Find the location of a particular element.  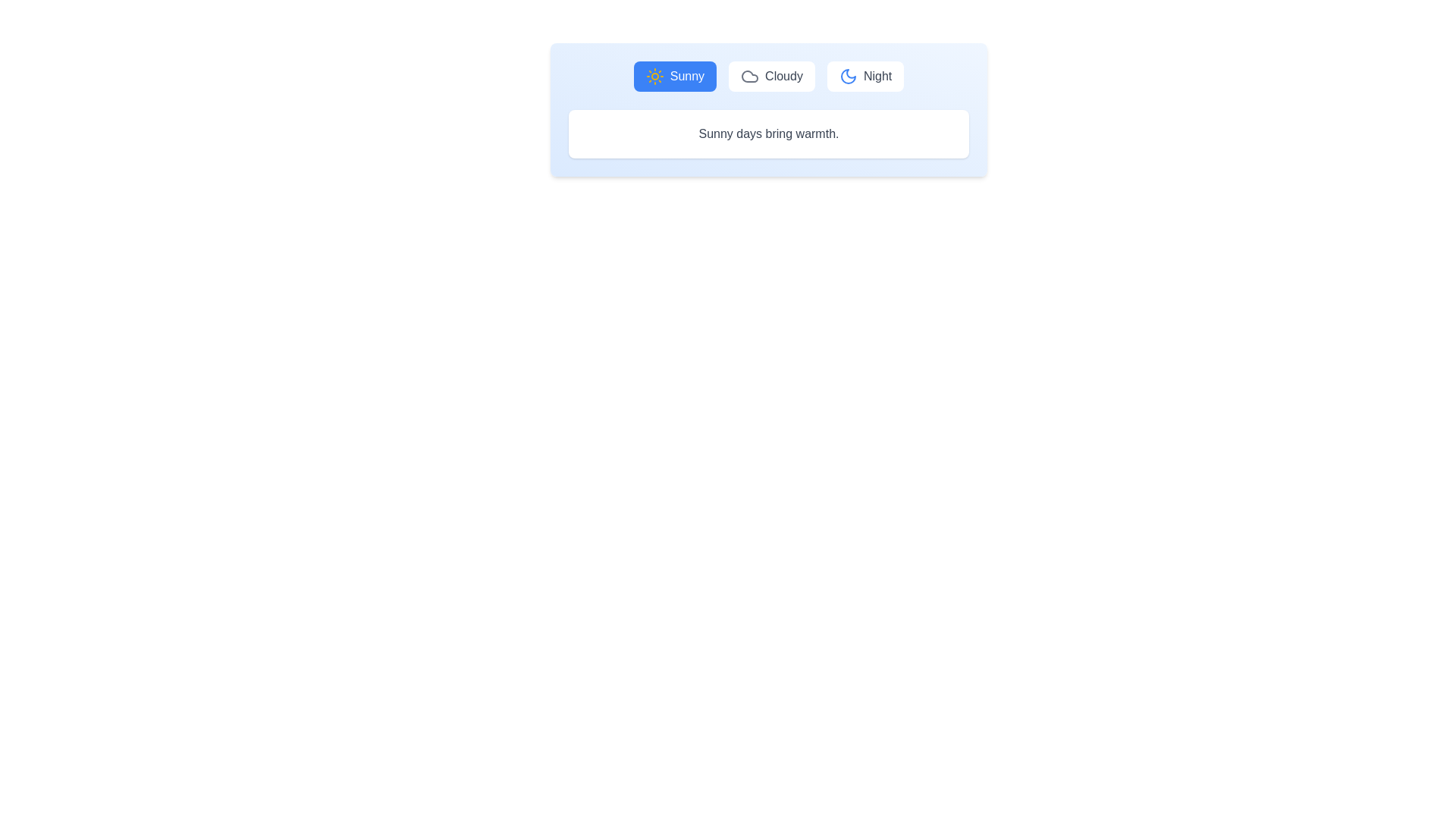

the Cloudy tab to display its content is located at coordinates (771, 76).